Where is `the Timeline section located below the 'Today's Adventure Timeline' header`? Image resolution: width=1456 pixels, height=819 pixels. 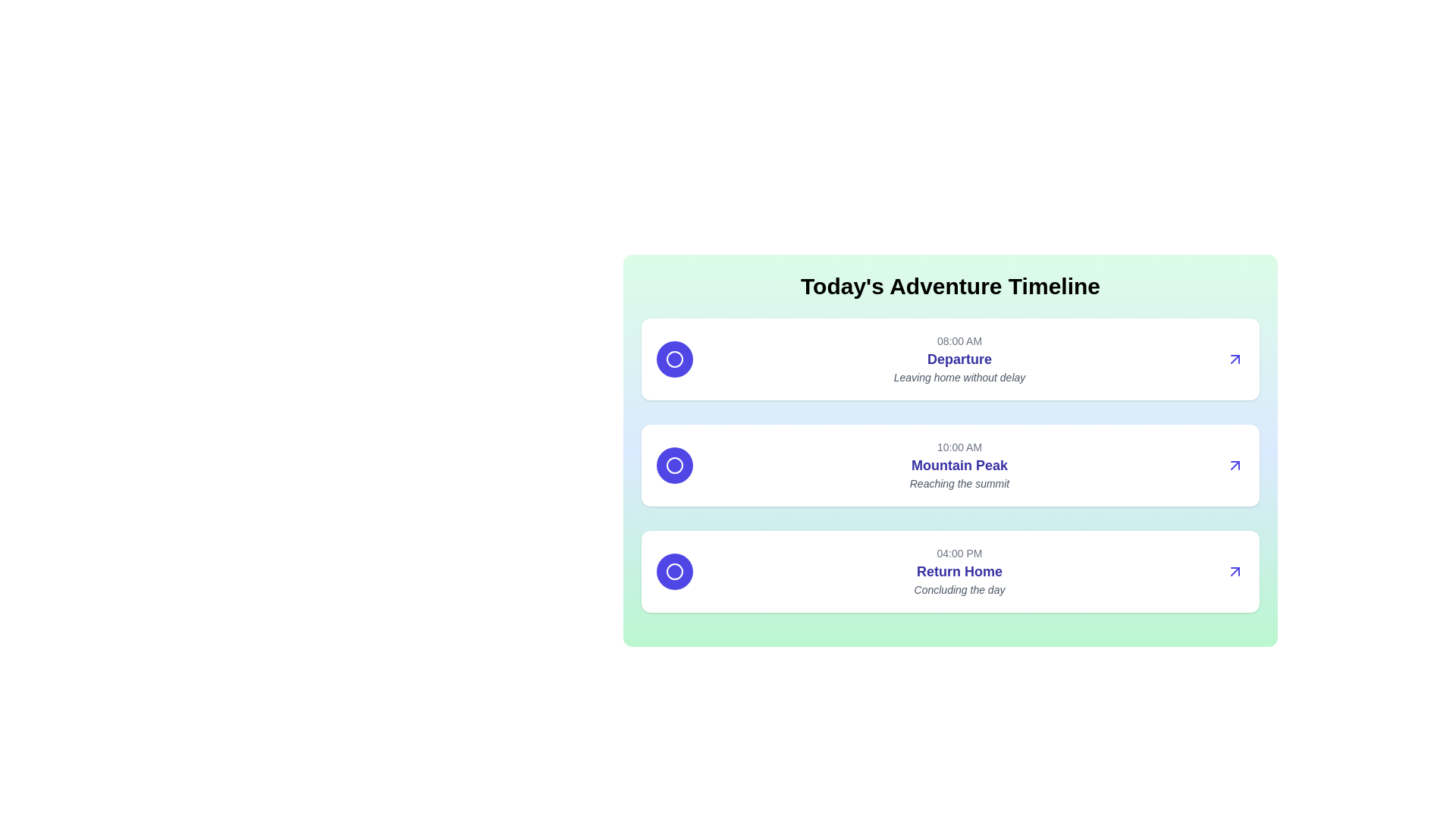 the Timeline section located below the 'Today's Adventure Timeline' header is located at coordinates (949, 464).